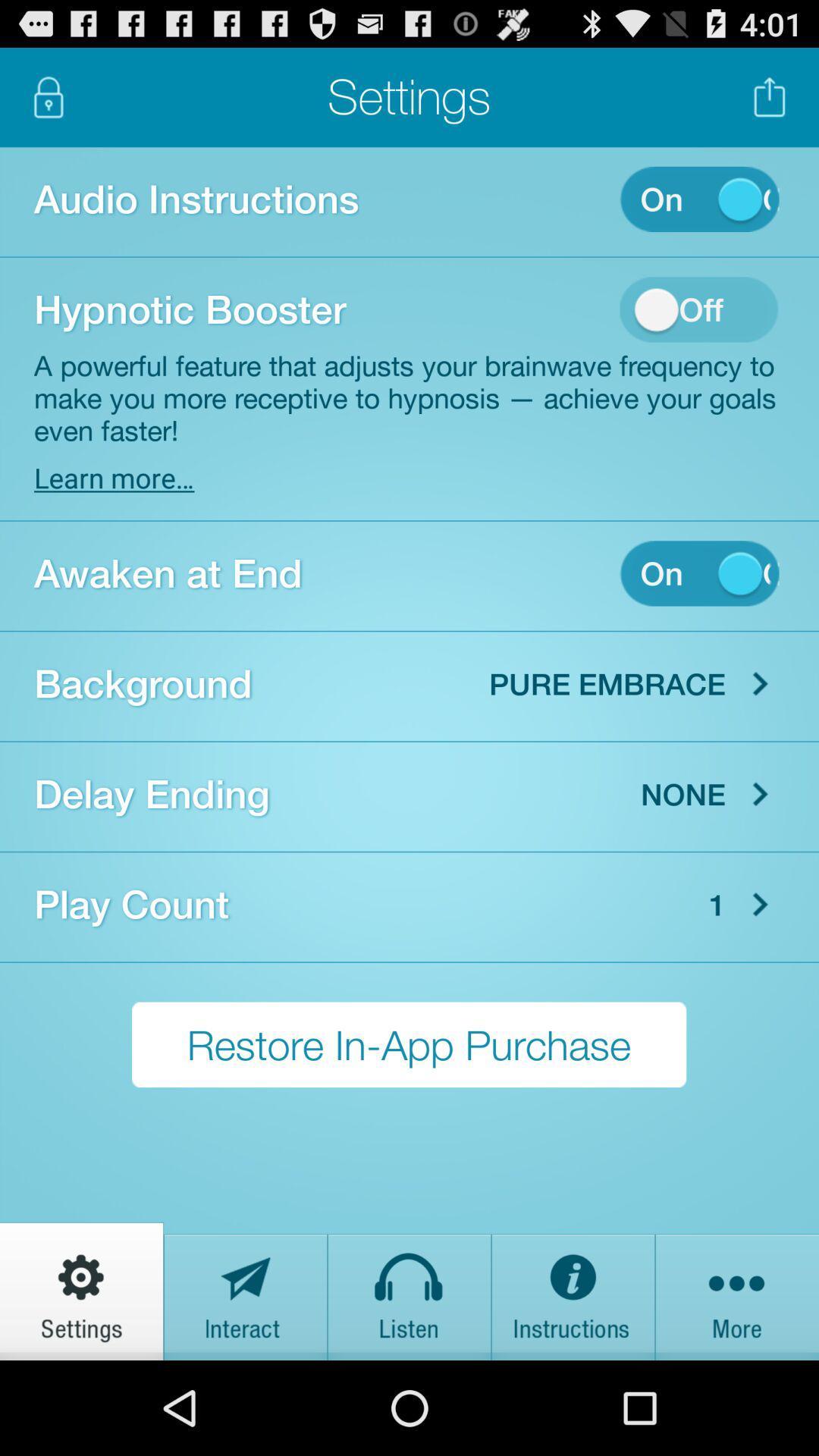  I want to click on the switch button right to awaken at end, so click(699, 573).